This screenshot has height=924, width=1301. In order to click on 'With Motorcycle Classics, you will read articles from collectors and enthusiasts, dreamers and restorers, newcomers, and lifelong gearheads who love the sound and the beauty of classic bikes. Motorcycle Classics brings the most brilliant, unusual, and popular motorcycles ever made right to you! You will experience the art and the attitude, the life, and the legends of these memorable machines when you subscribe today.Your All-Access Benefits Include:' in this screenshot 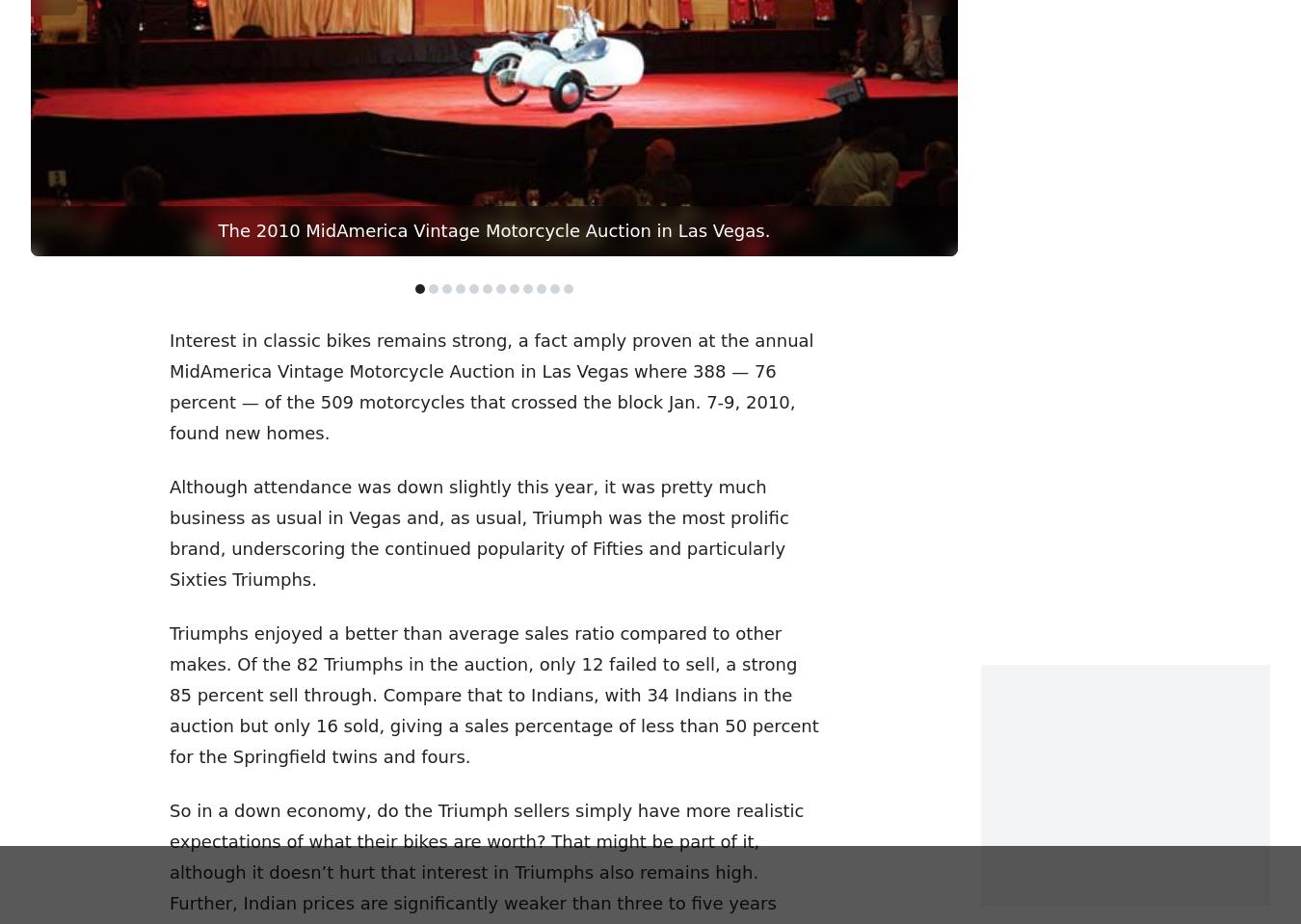, I will do `click(261, 555)`.